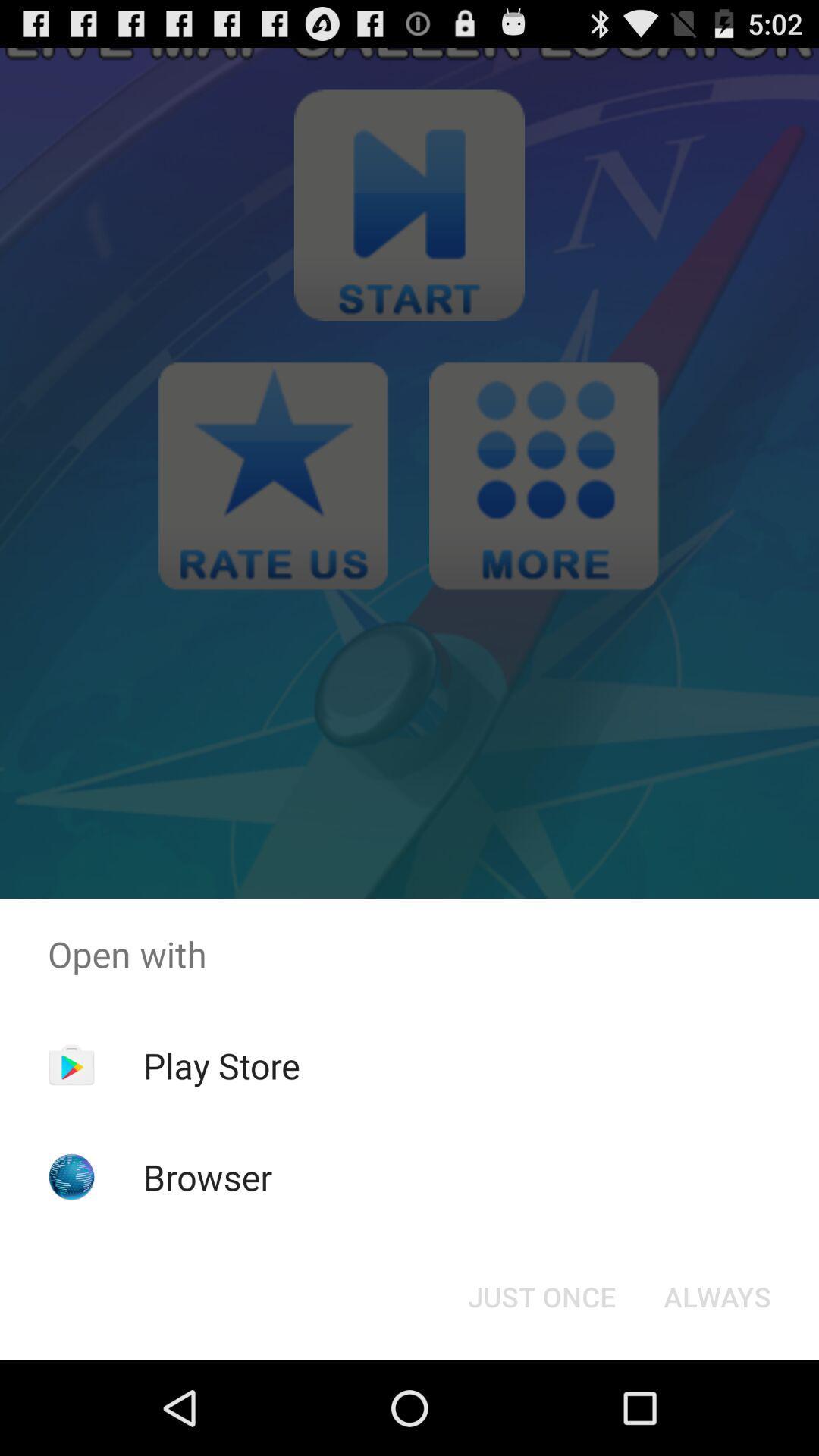  Describe the element at coordinates (717, 1295) in the screenshot. I see `the button next to just once icon` at that location.